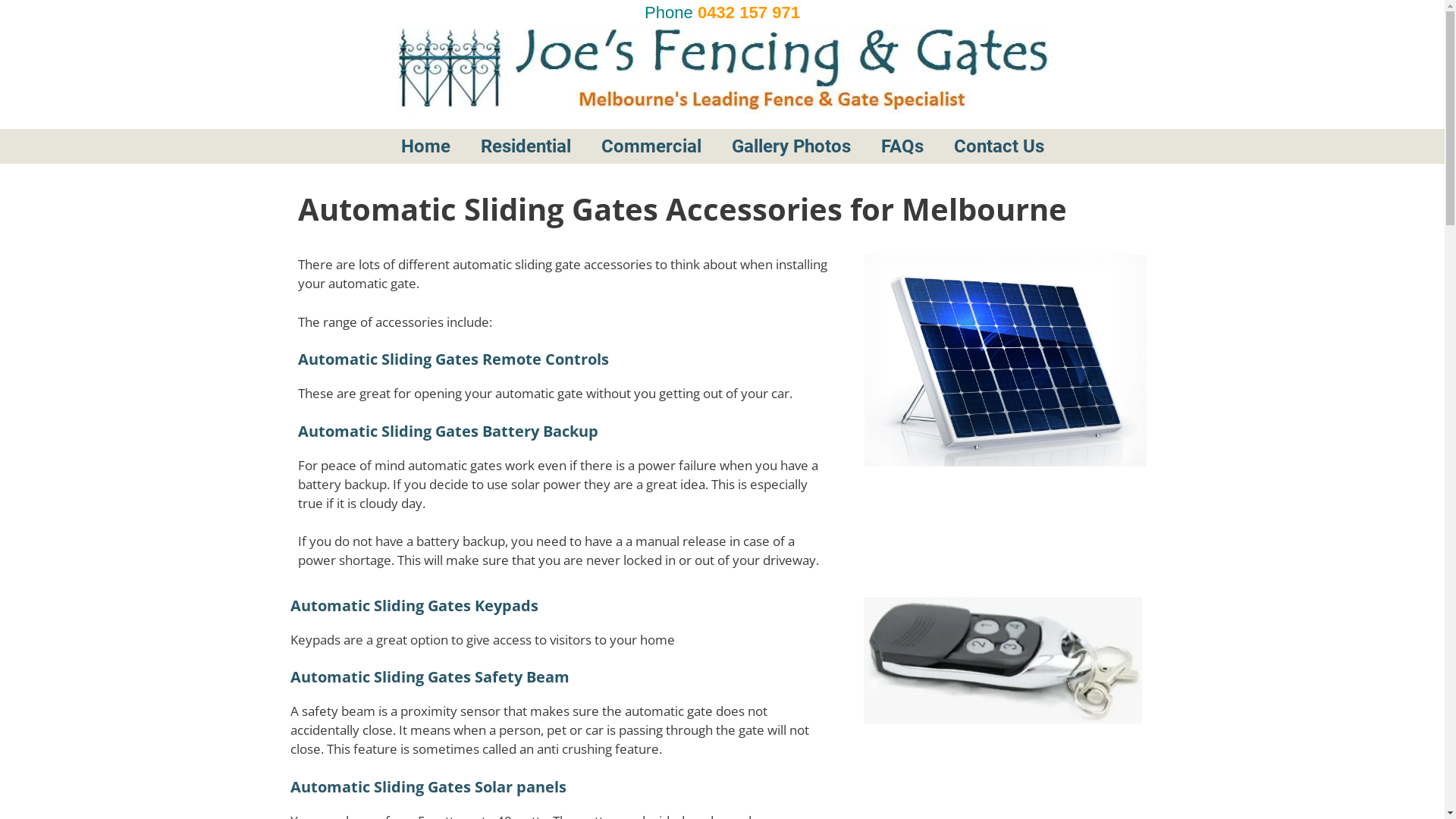  What do you see at coordinates (932, 146) in the screenshot?
I see `'FAQs'` at bounding box center [932, 146].